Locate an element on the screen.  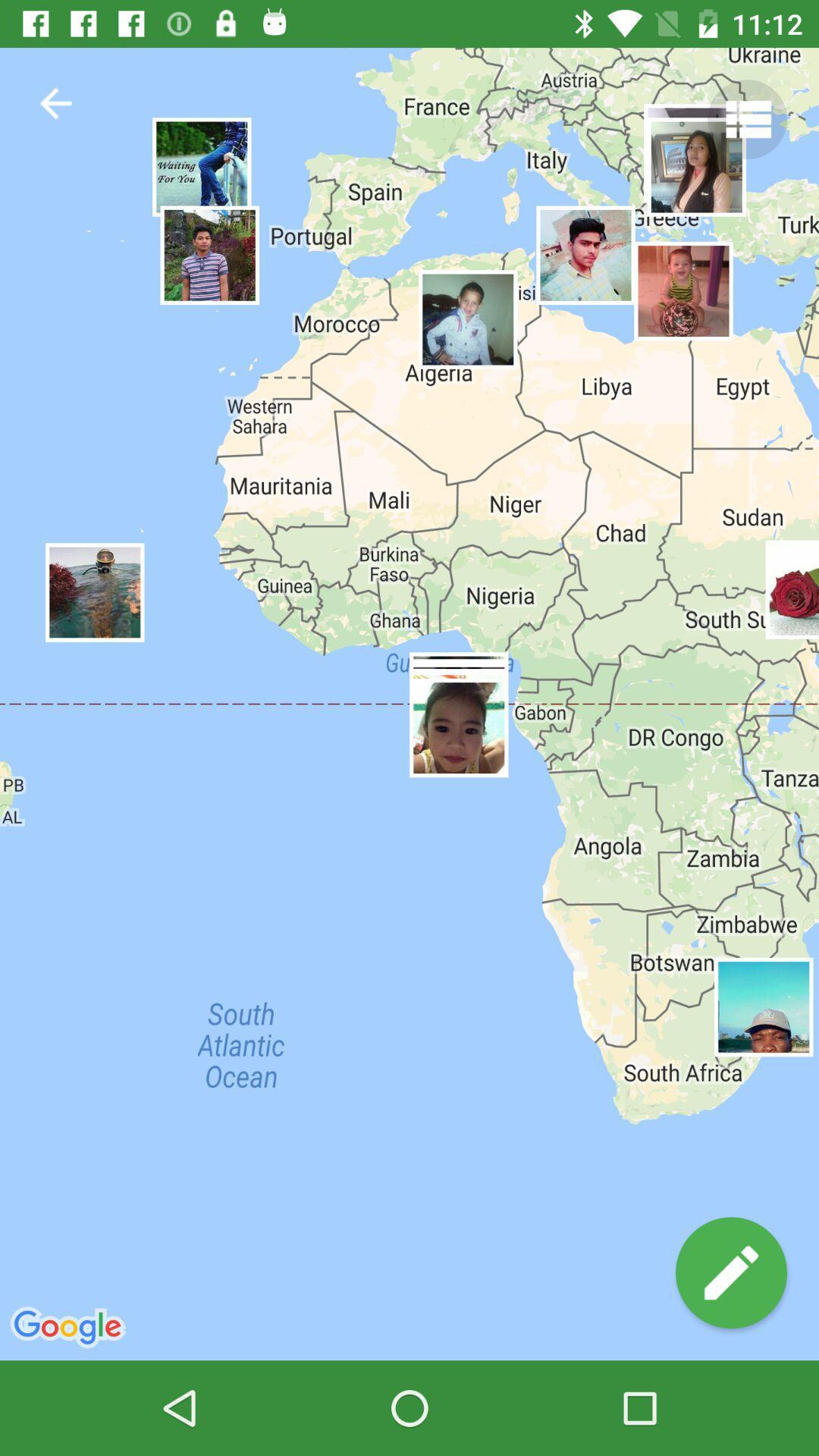
application menu is located at coordinates (746, 118).